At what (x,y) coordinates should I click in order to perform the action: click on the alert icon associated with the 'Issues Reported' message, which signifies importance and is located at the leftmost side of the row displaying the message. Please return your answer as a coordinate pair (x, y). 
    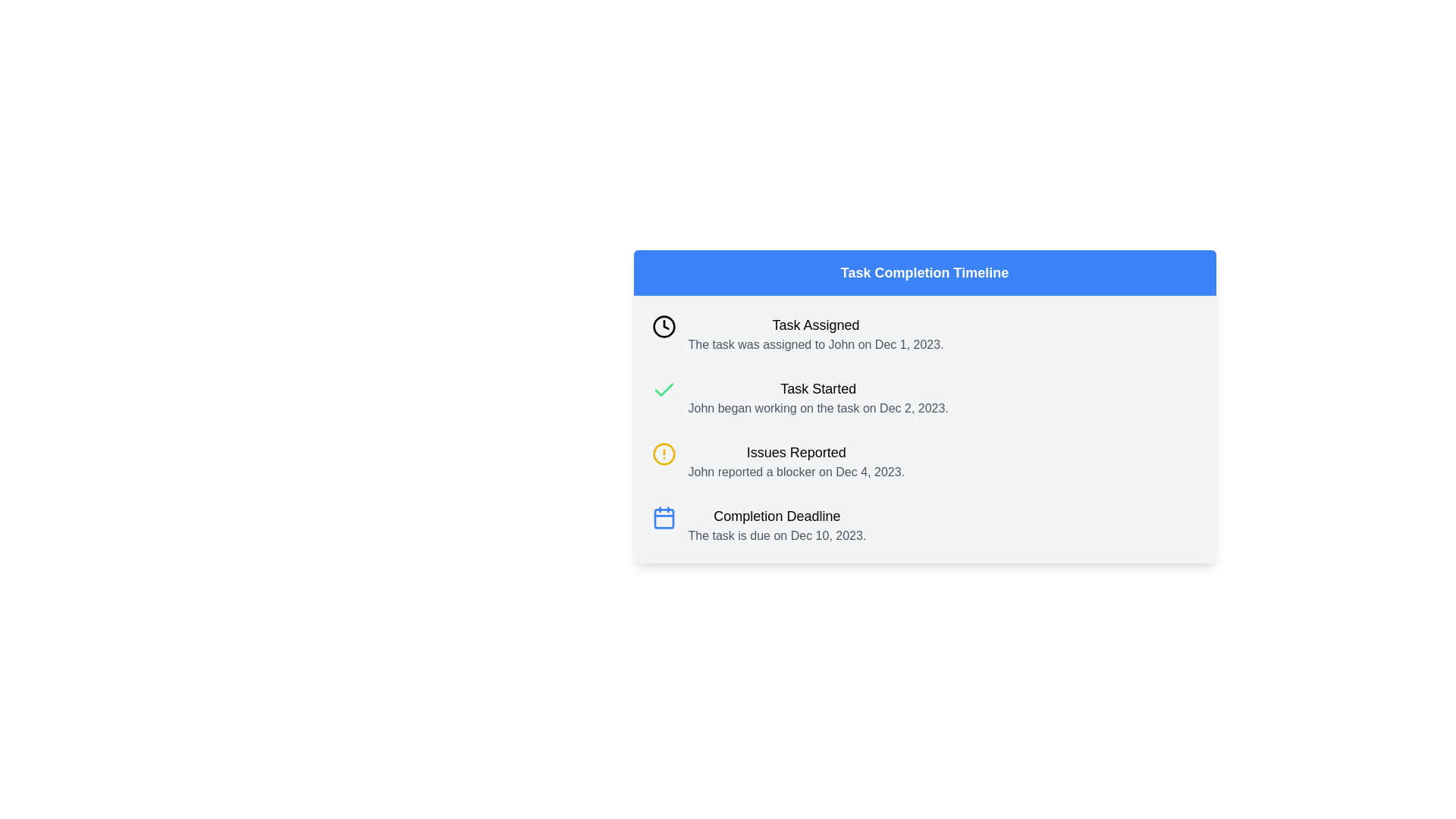
    Looking at the image, I should click on (664, 453).